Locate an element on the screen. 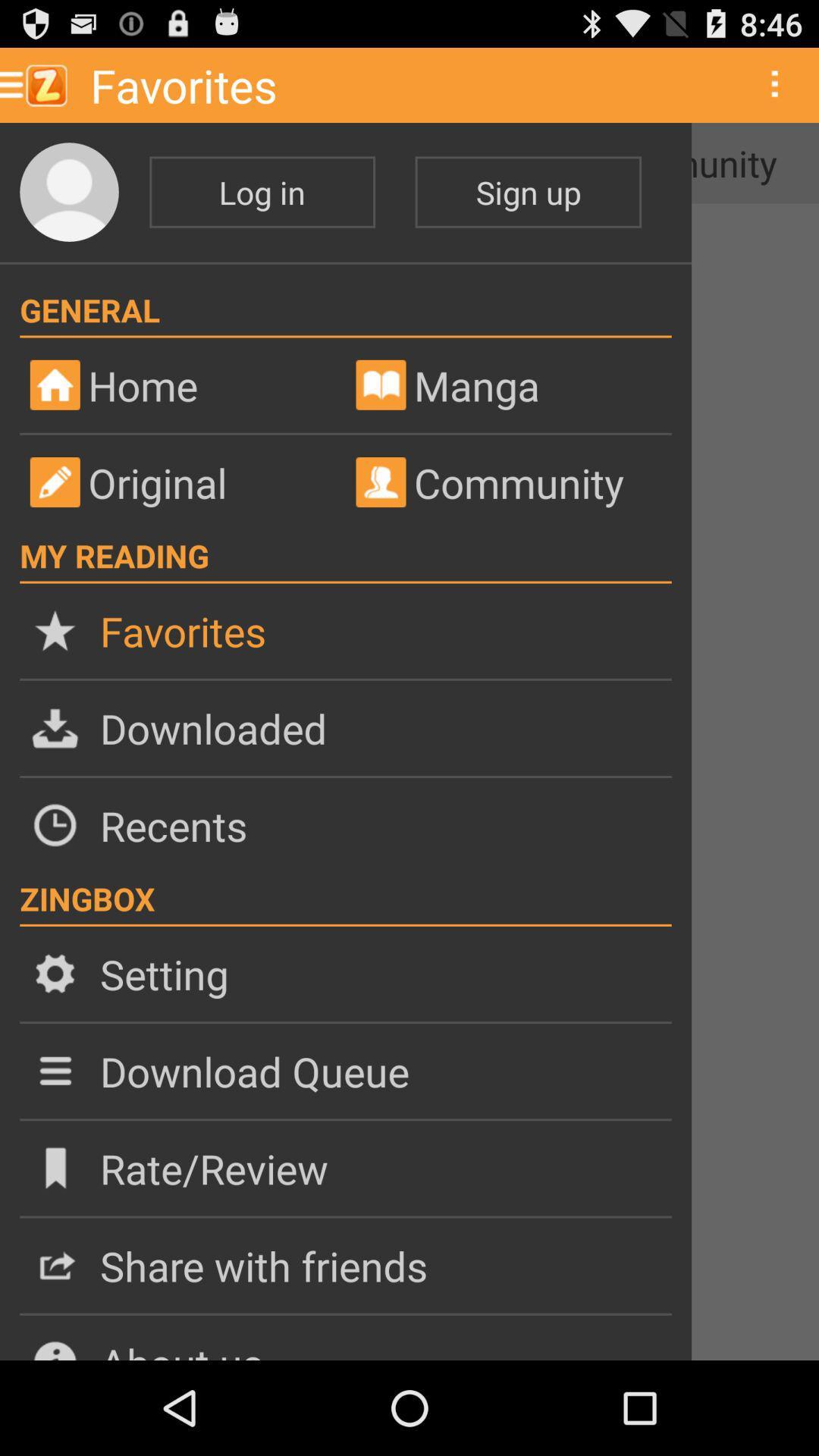 The width and height of the screenshot is (819, 1456). recents is located at coordinates (345, 824).